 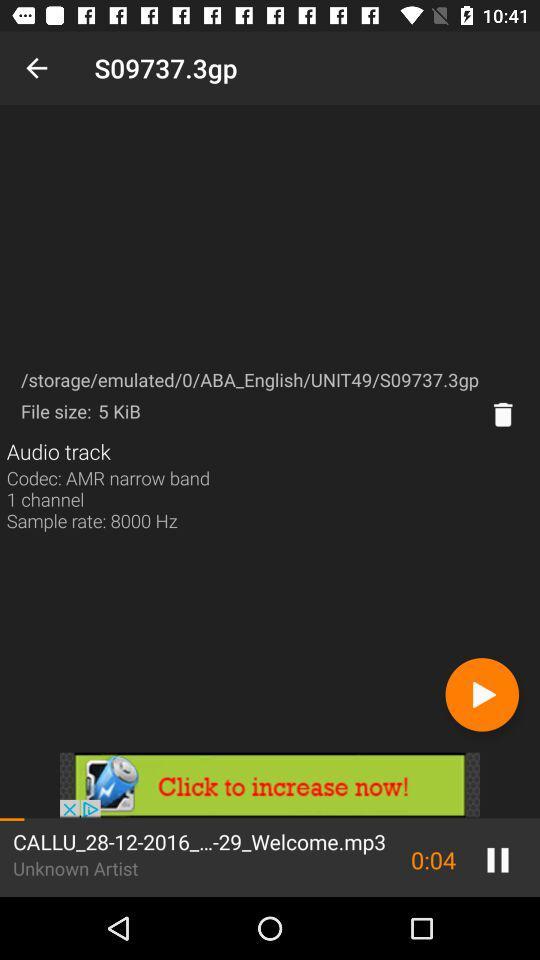 What do you see at coordinates (270, 785) in the screenshot?
I see `open advertisement` at bounding box center [270, 785].